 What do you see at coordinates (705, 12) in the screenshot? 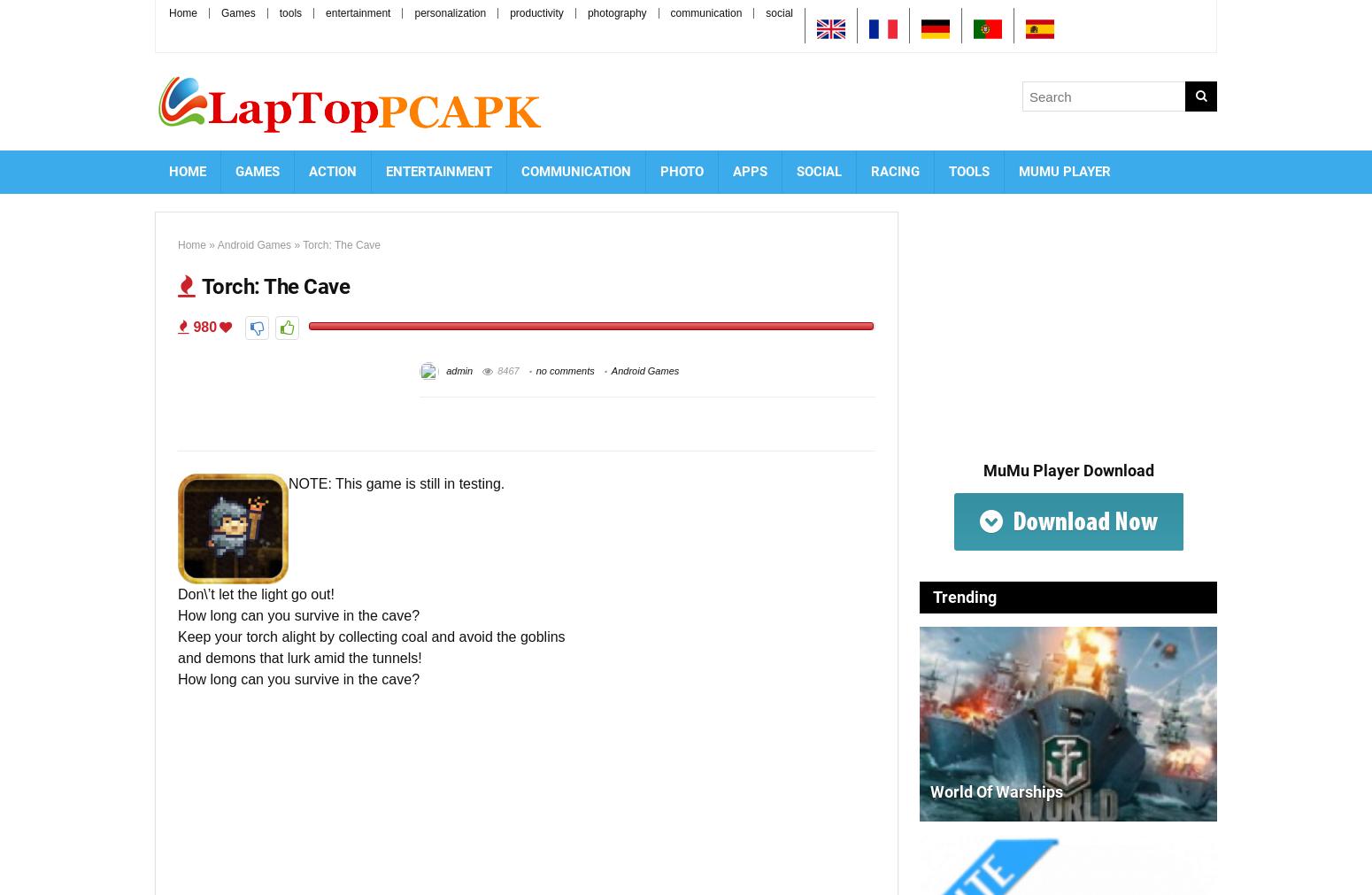
I see `'communication'` at bounding box center [705, 12].